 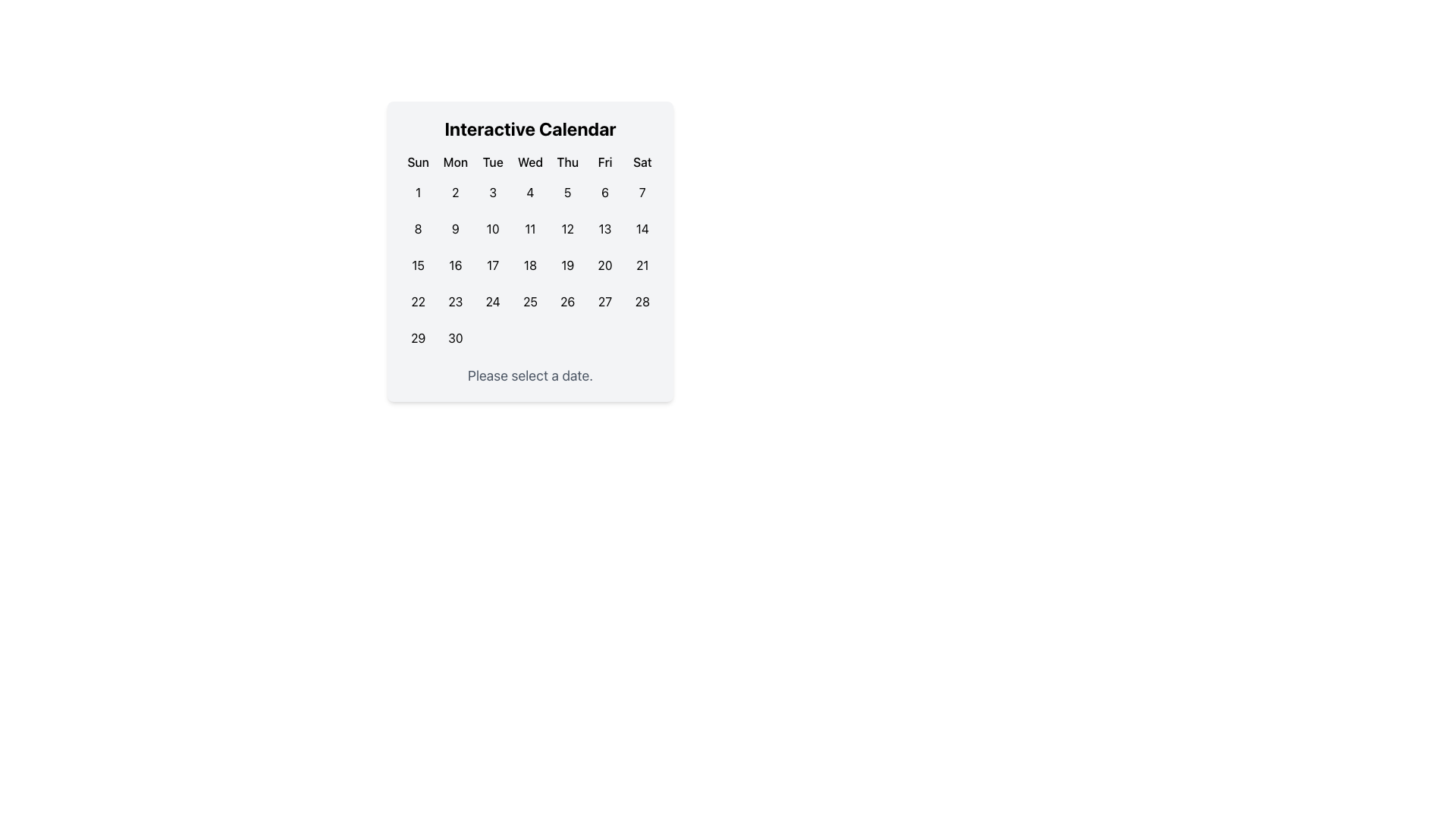 What do you see at coordinates (604, 162) in the screenshot?
I see `the sixth day label in the calendar interface that indicates the day of the week, positioned above the date numbers` at bounding box center [604, 162].